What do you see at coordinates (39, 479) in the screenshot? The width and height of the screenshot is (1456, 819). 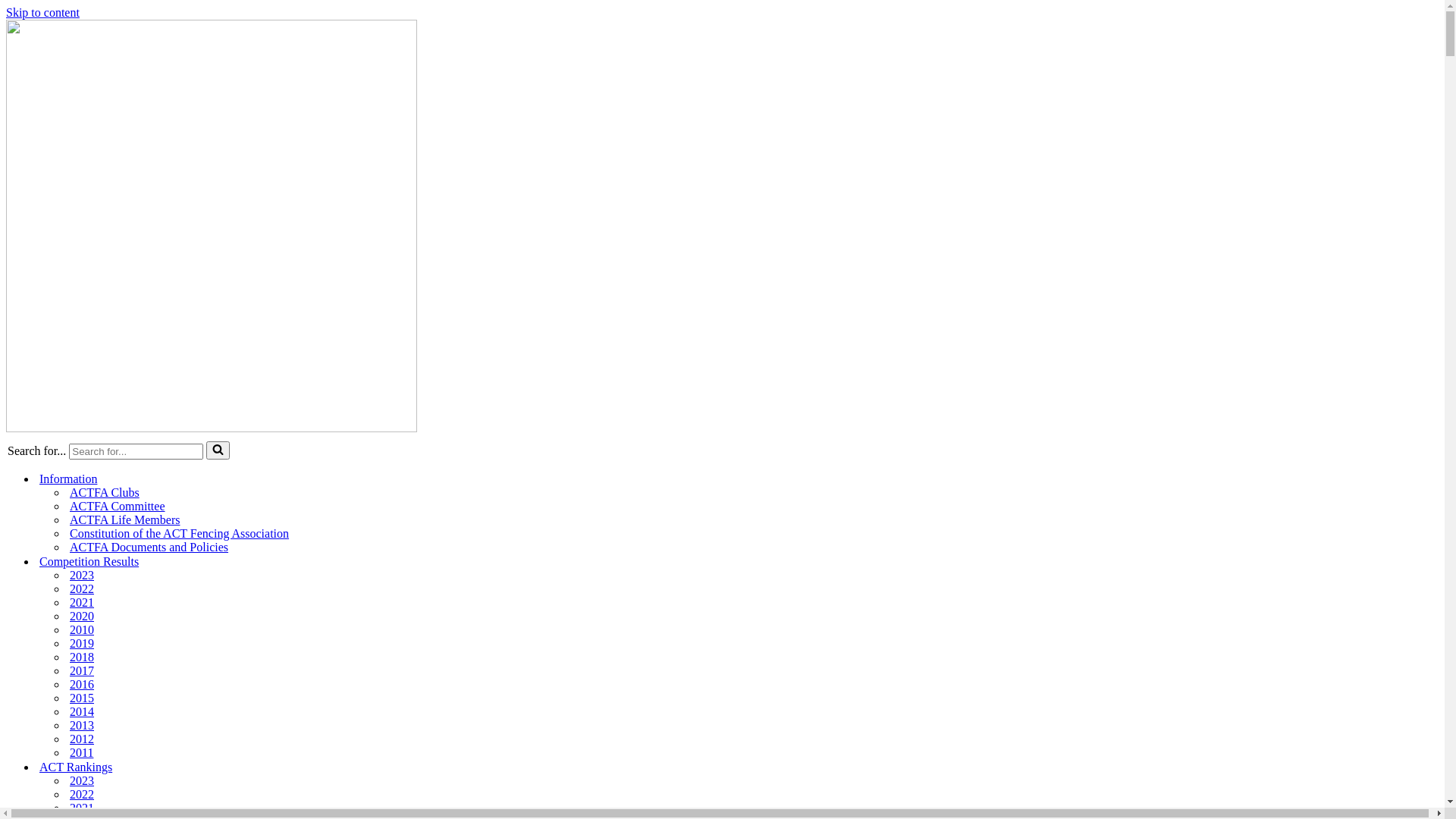 I see `'Information'` at bounding box center [39, 479].